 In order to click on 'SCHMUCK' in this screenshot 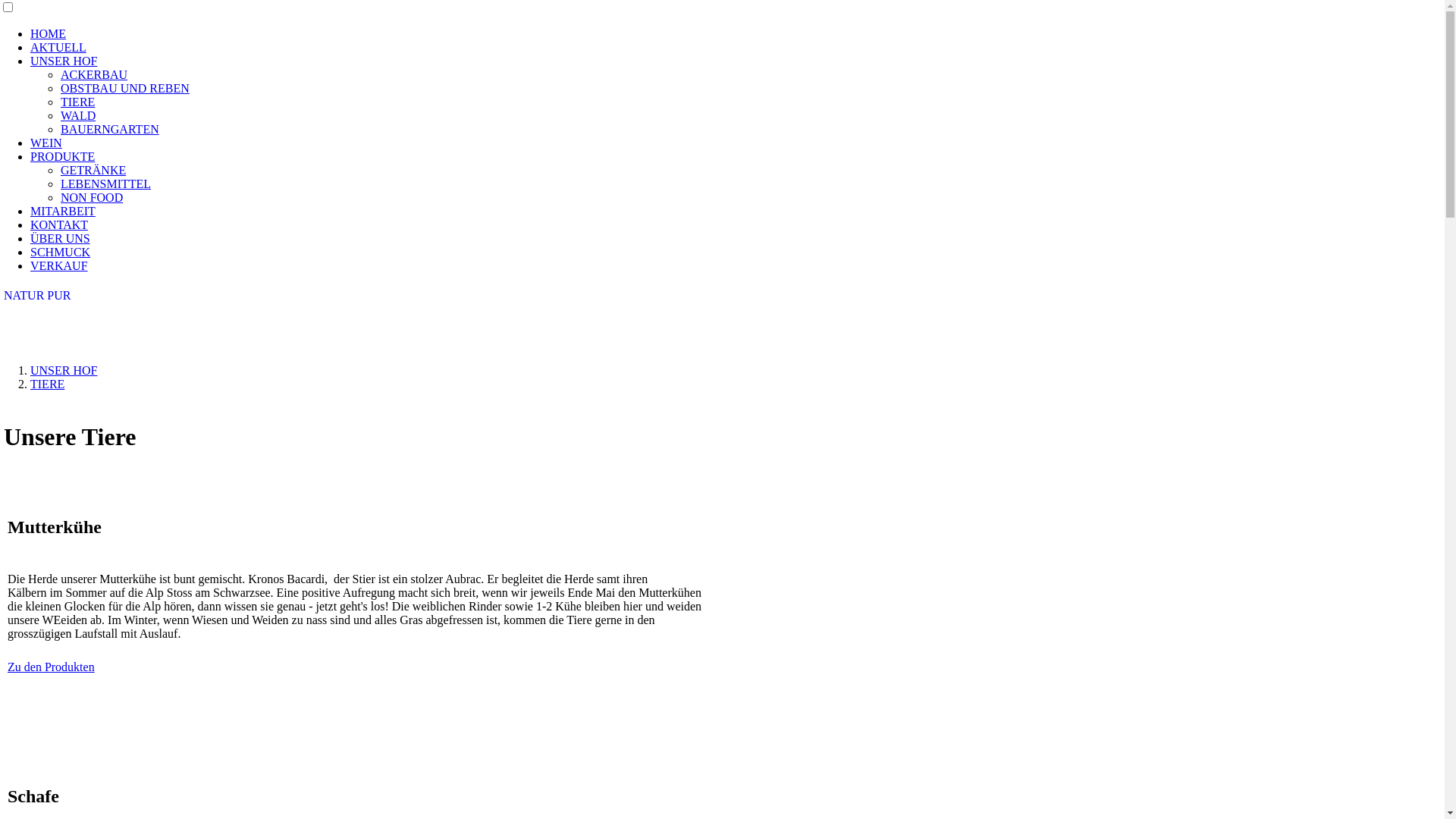, I will do `click(60, 251)`.